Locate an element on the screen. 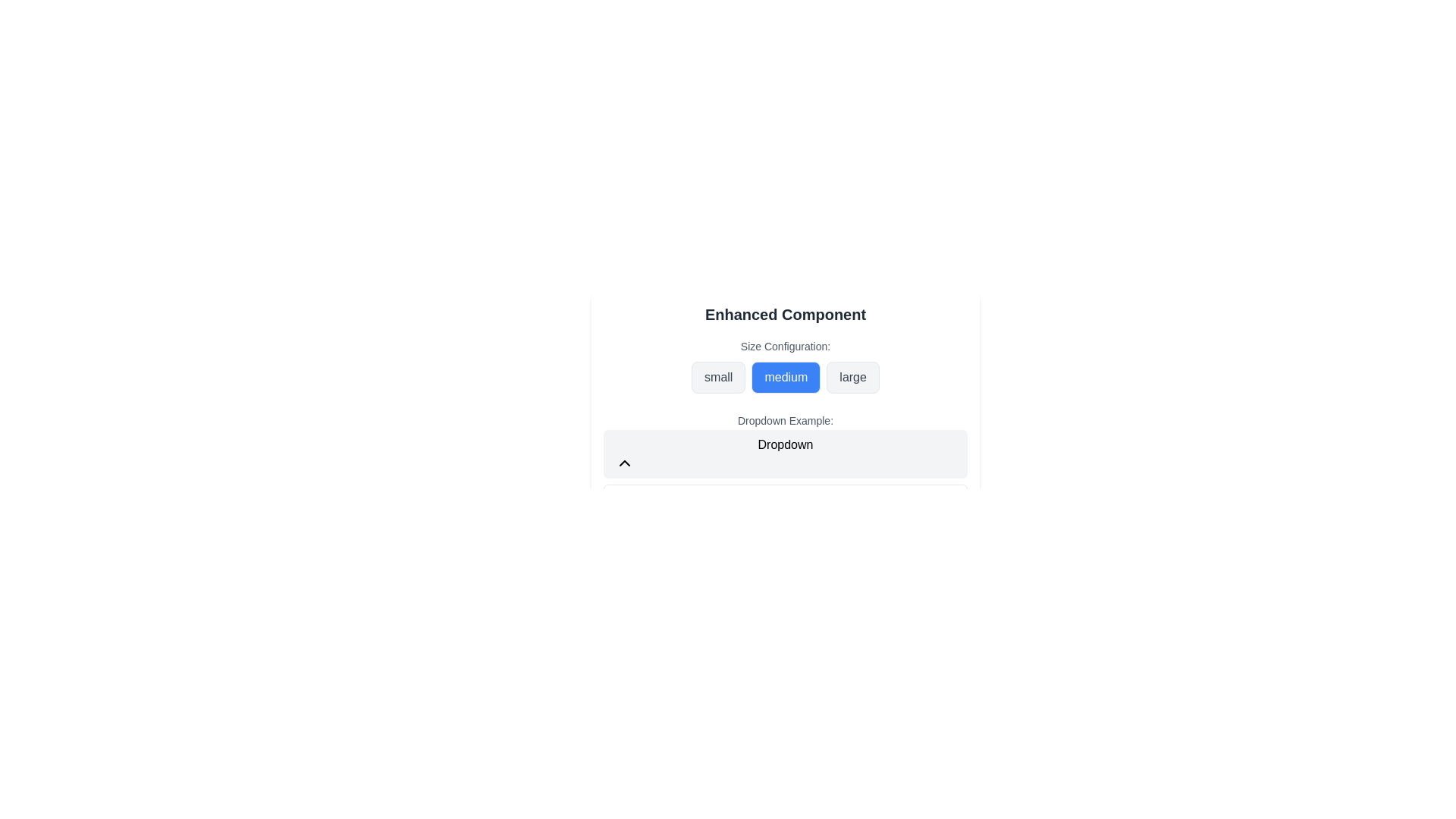 The height and width of the screenshot is (819, 1456). the 'medium' button, which is the second button in the size configuration section is located at coordinates (786, 376).